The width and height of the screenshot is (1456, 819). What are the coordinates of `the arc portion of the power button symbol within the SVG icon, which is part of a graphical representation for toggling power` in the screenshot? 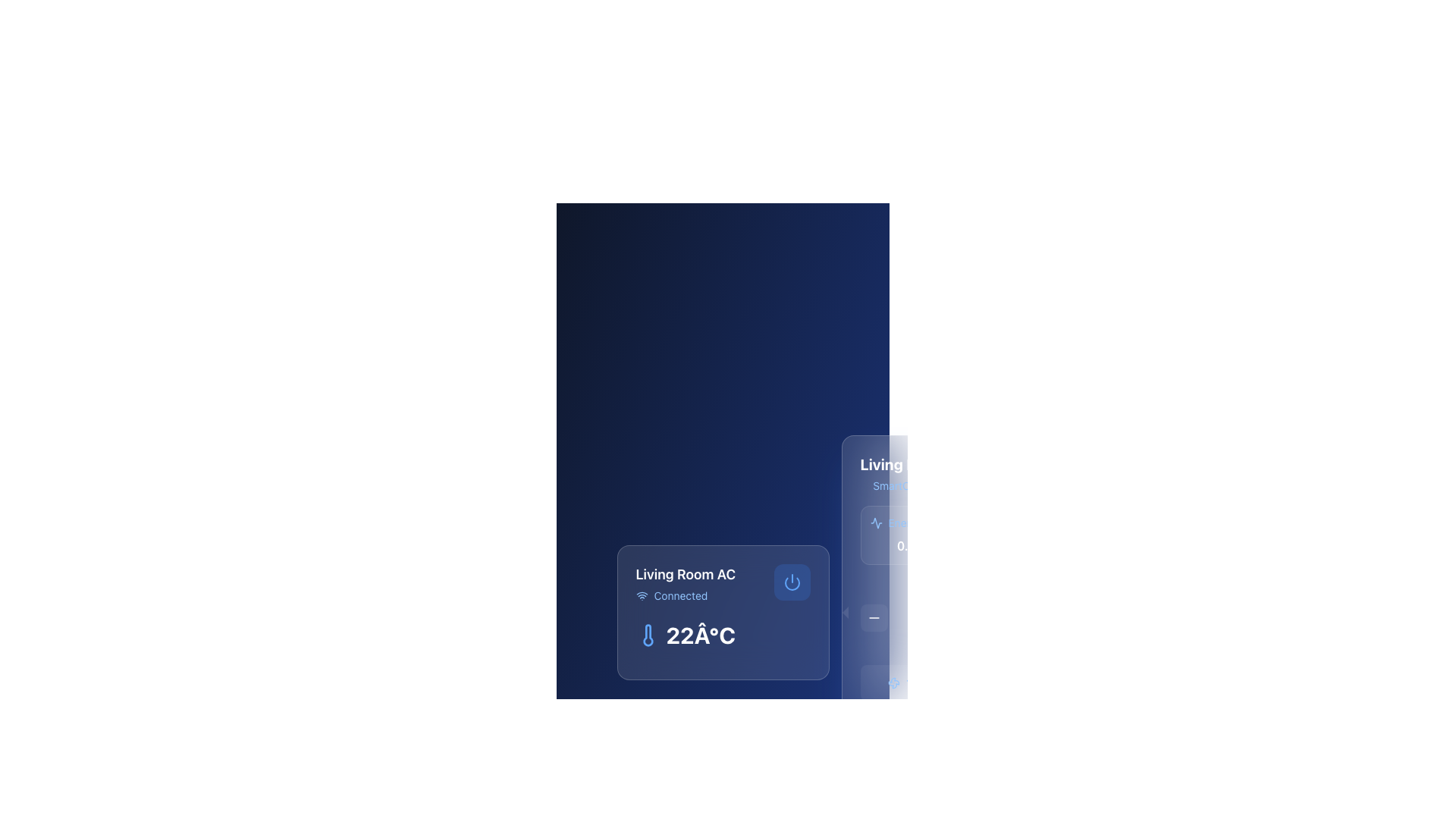 It's located at (791, 583).